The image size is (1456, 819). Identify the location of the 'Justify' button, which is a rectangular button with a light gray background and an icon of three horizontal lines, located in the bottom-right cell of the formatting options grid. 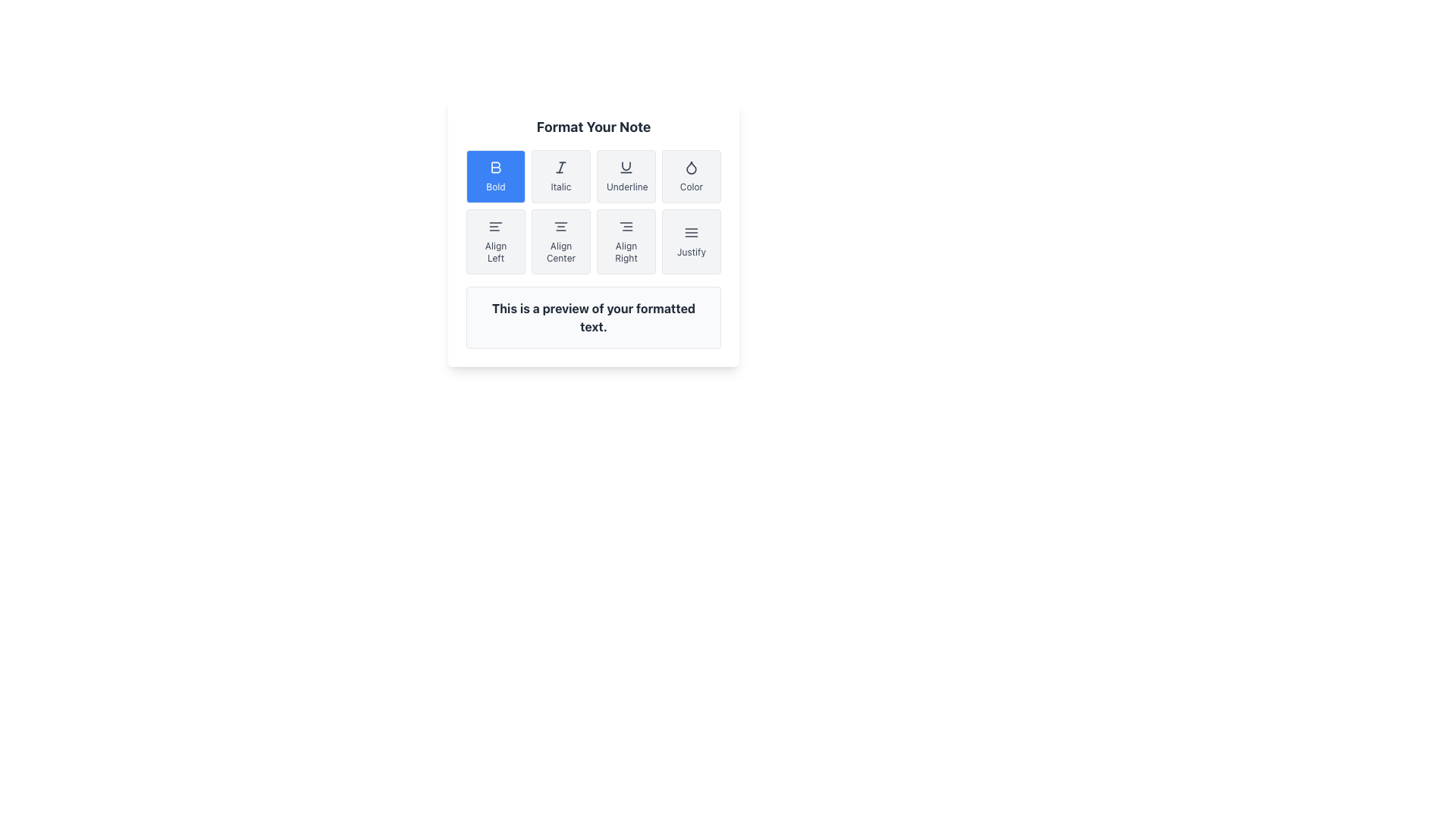
(691, 241).